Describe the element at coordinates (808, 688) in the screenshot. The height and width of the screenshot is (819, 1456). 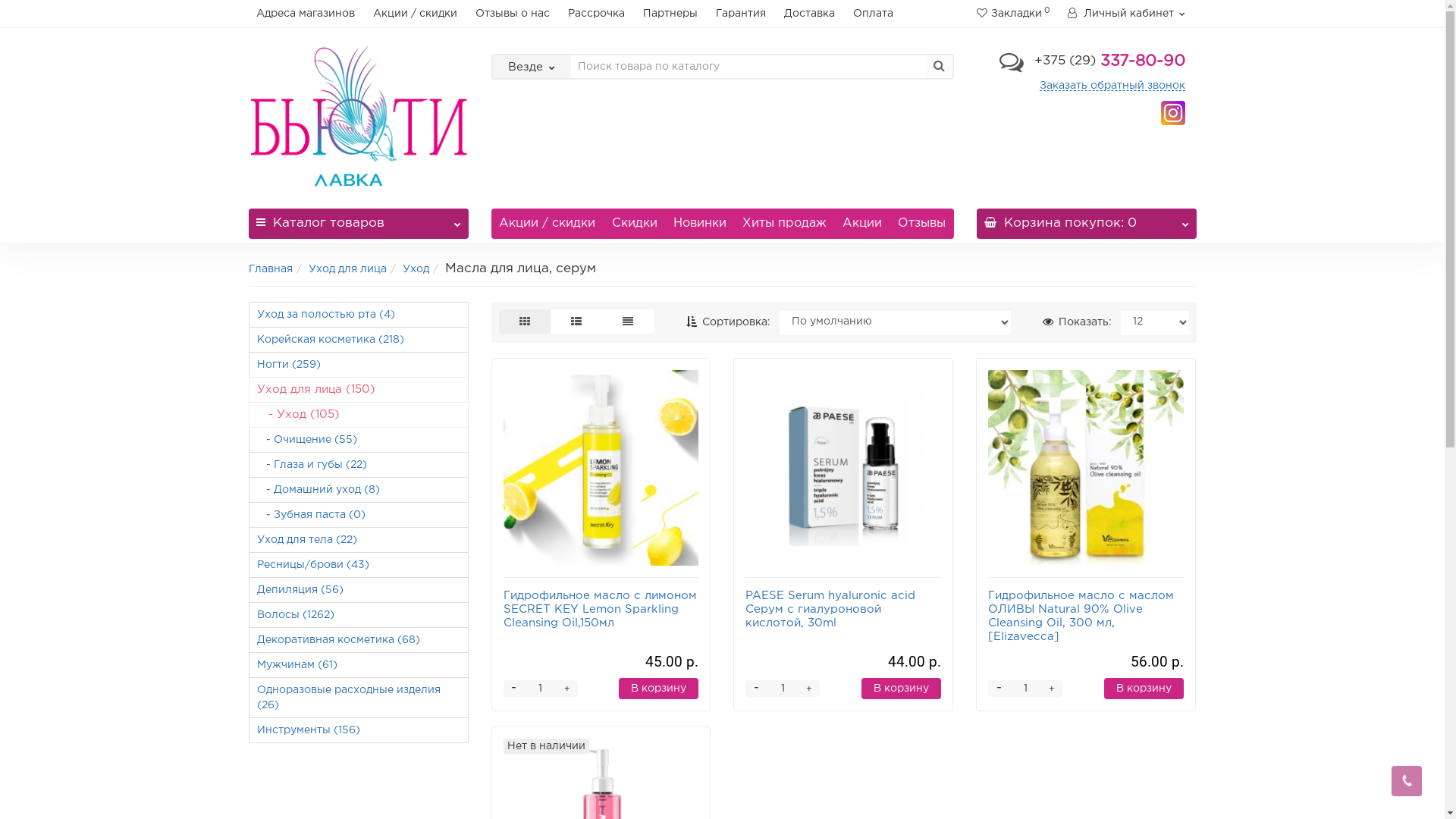
I see `'+'` at that location.